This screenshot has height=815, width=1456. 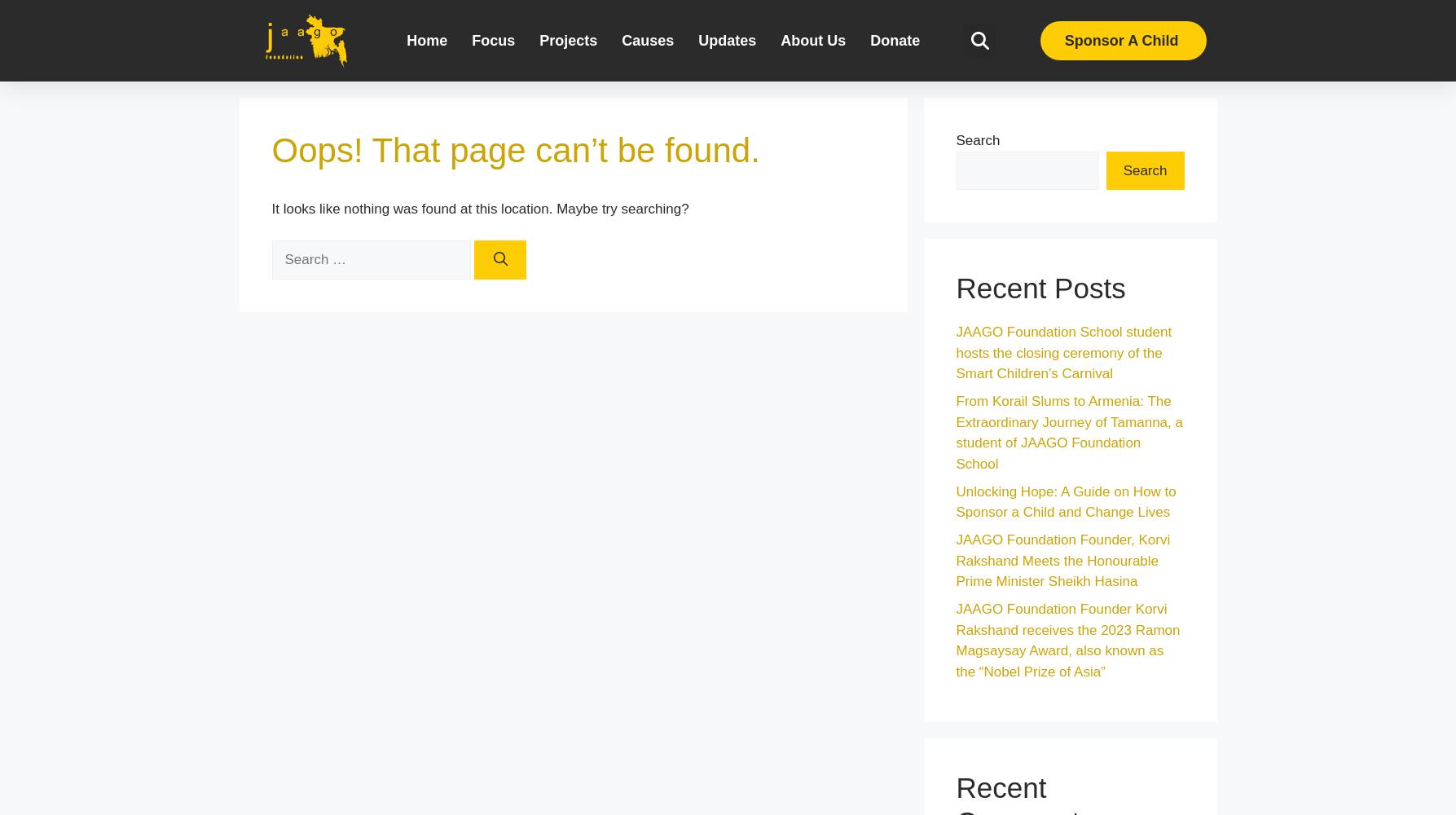 I want to click on 'Updates', so click(x=727, y=41).